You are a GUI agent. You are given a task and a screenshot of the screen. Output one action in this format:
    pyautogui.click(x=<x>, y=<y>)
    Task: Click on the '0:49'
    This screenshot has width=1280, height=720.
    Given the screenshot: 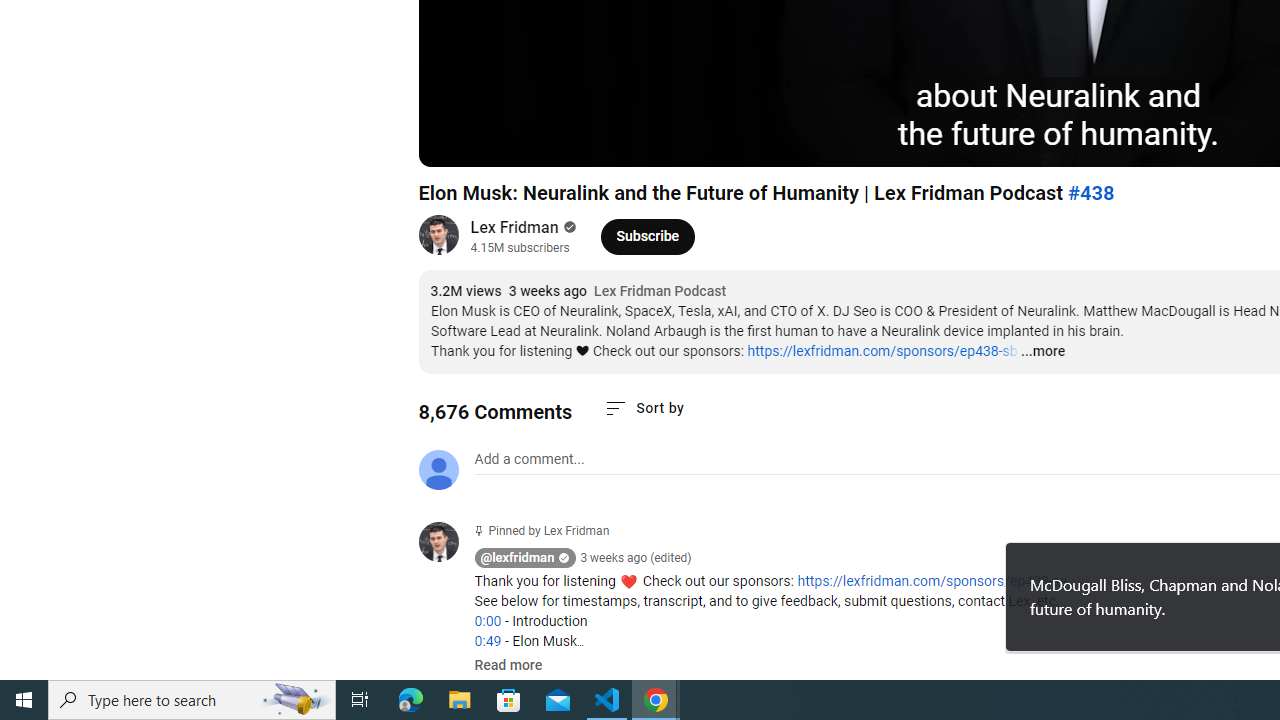 What is the action you would take?
    pyautogui.click(x=487, y=641)
    